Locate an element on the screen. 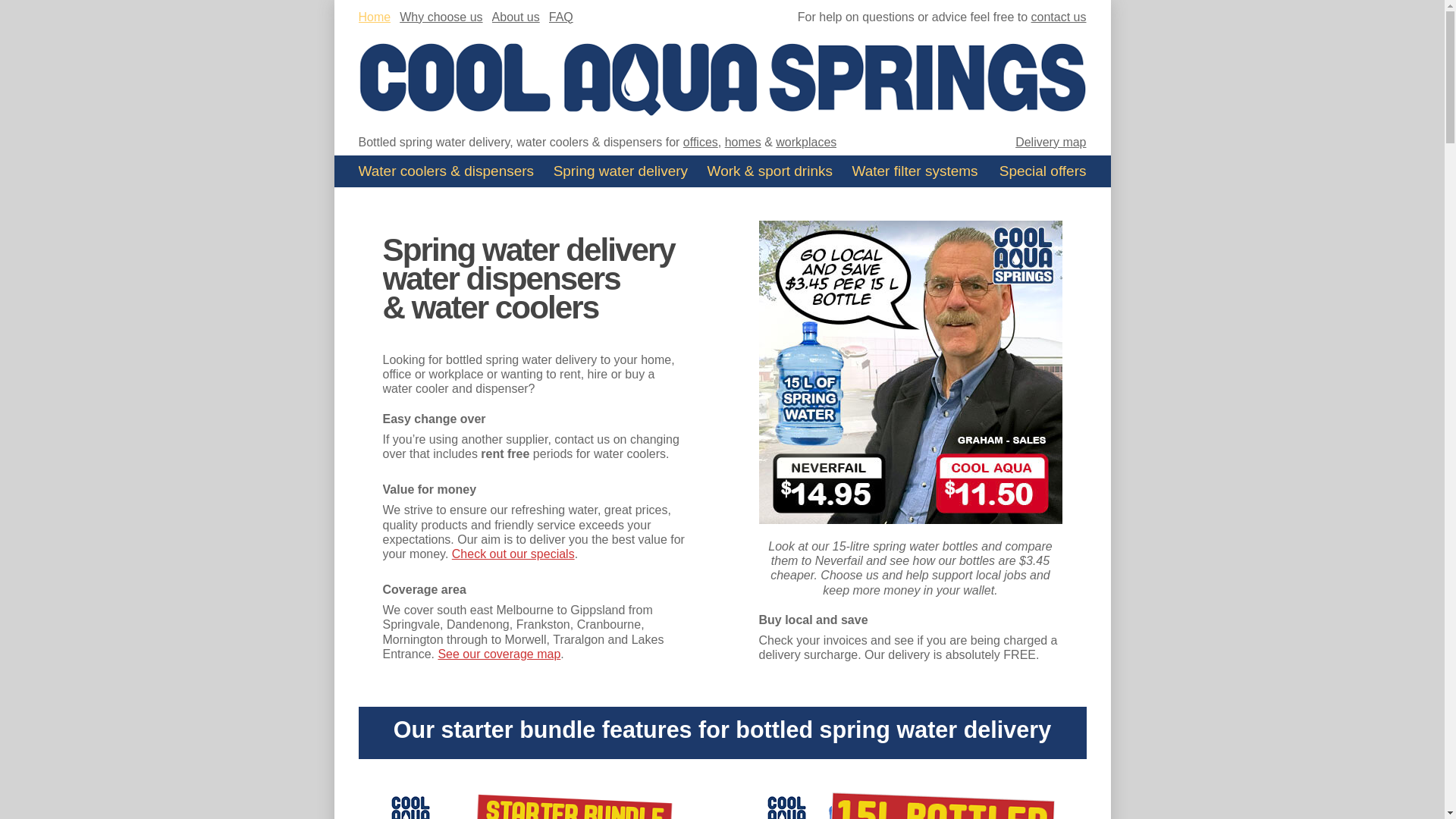 The width and height of the screenshot is (1456, 819). 'Delivery map' is located at coordinates (1050, 141).